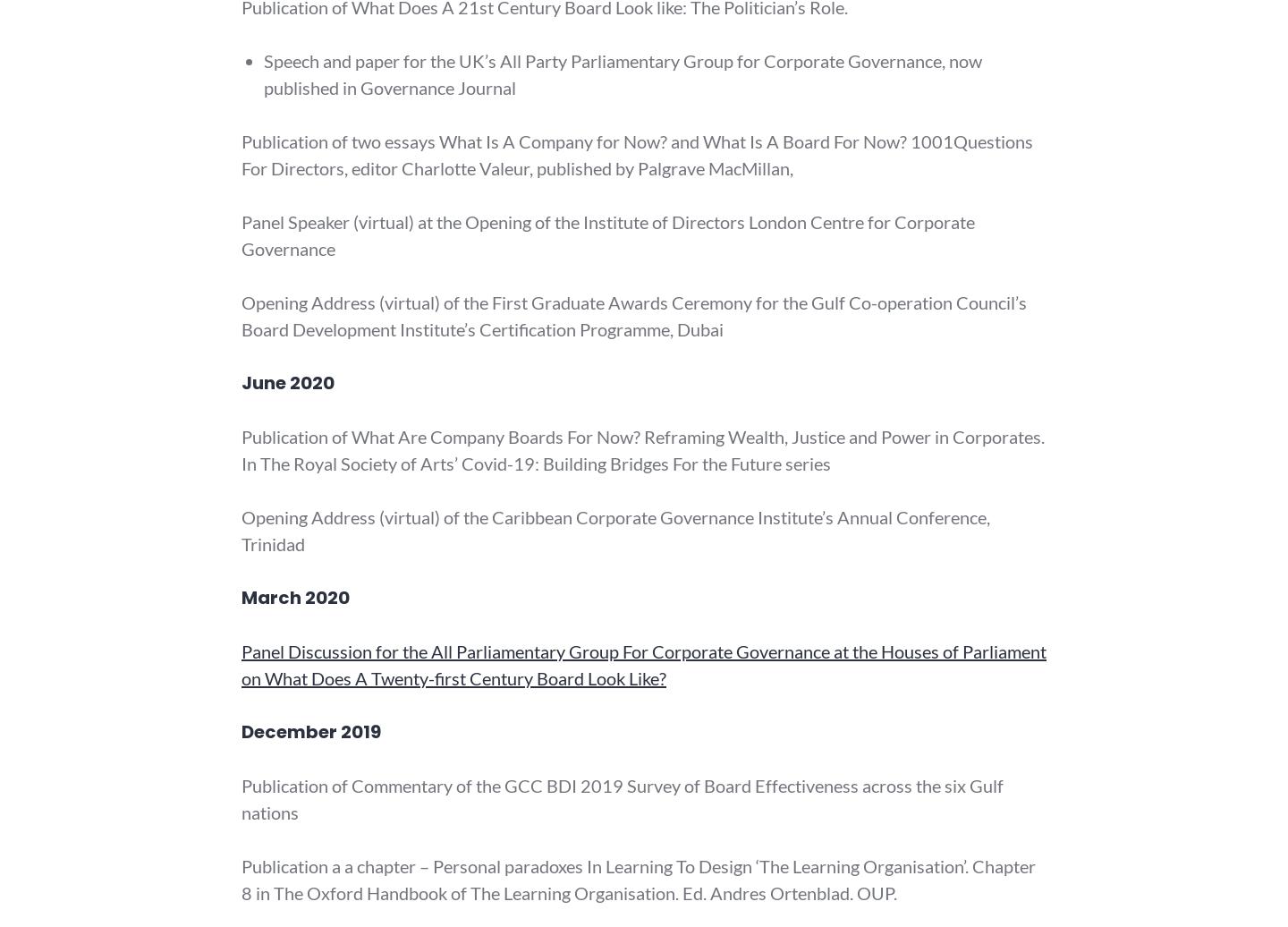 The image size is (1288, 927). I want to click on 'Speech and paper for the UK’s All Party Parliamentary Group for Corporate Governance, now published in Governance Journal', so click(263, 73).